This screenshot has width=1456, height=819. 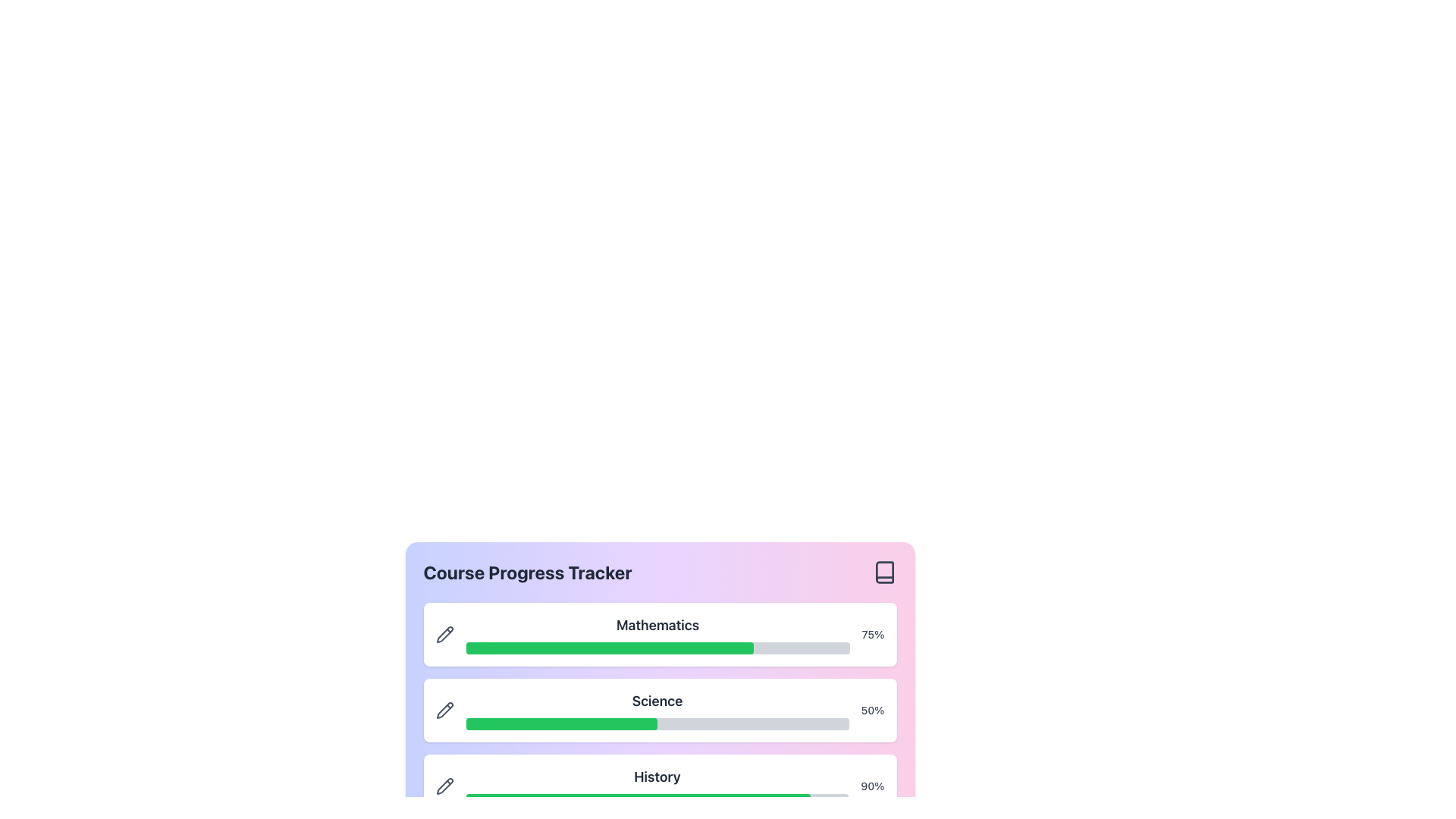 I want to click on the Text label displaying 'Mathematics', which indicates the subject associated with the progress bar, so click(x=657, y=626).